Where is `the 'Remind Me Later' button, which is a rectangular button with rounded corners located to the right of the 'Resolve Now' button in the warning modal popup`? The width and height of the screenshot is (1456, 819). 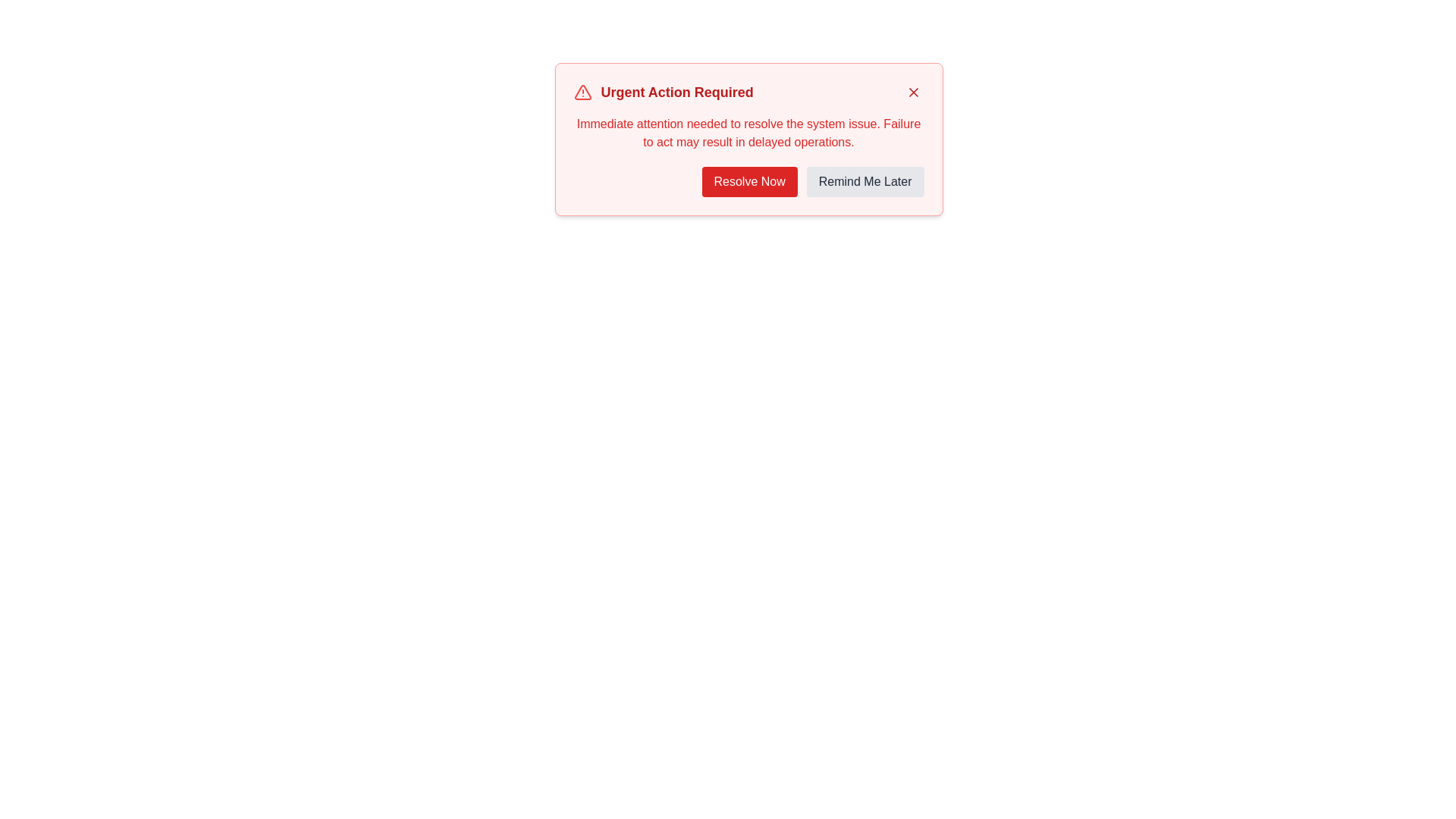
the 'Remind Me Later' button, which is a rectangular button with rounded corners located to the right of the 'Resolve Now' button in the warning modal popup is located at coordinates (865, 180).